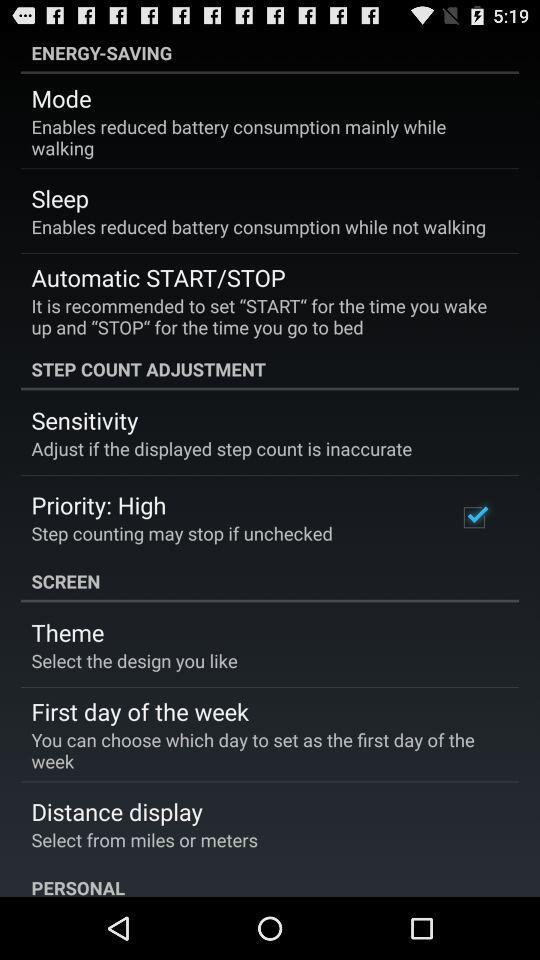  What do you see at coordinates (263, 316) in the screenshot?
I see `the it is recommended` at bounding box center [263, 316].